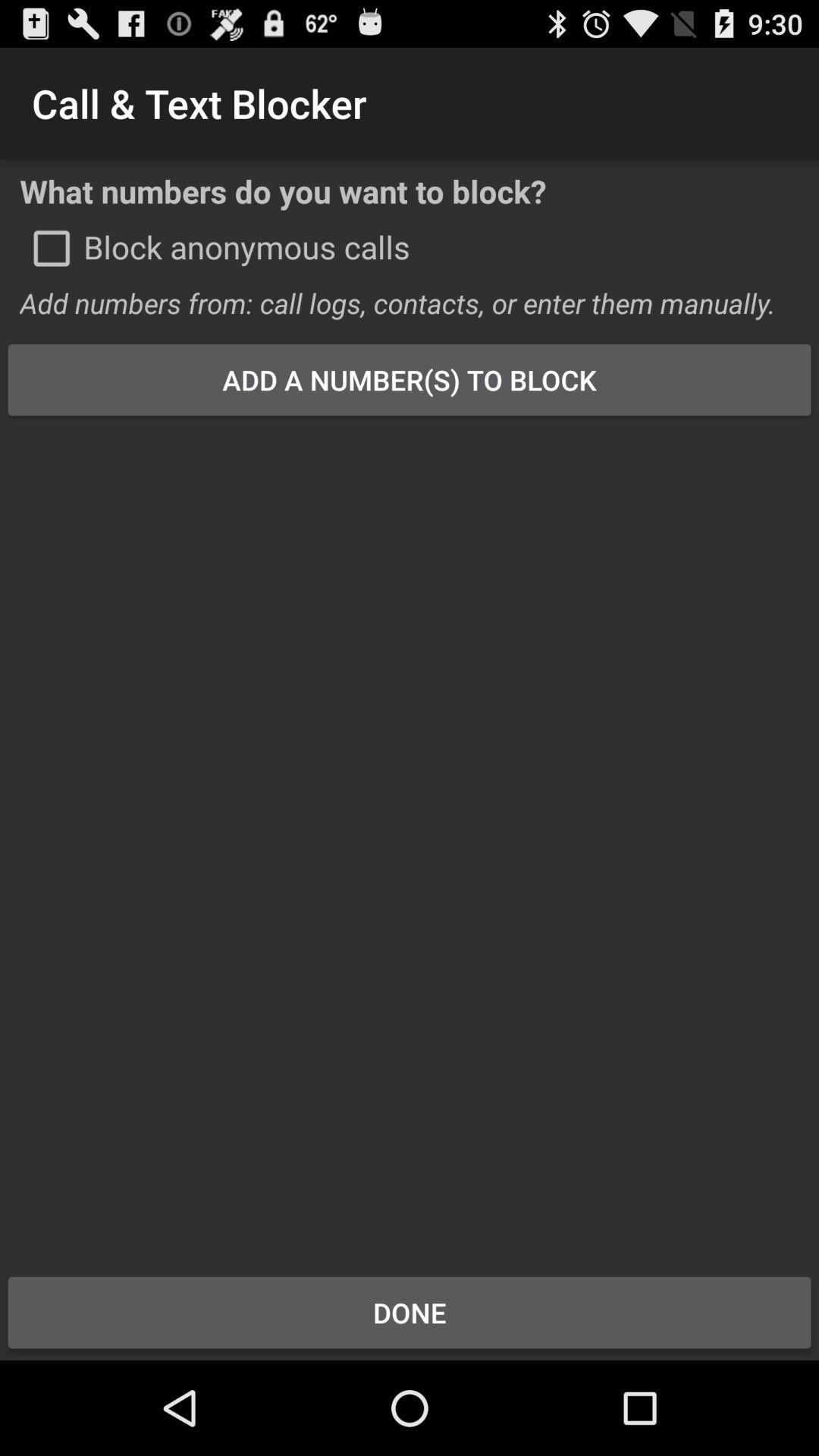 This screenshot has width=819, height=1456. Describe the element at coordinates (51, 248) in the screenshot. I see `the item below the what numbers do app` at that location.